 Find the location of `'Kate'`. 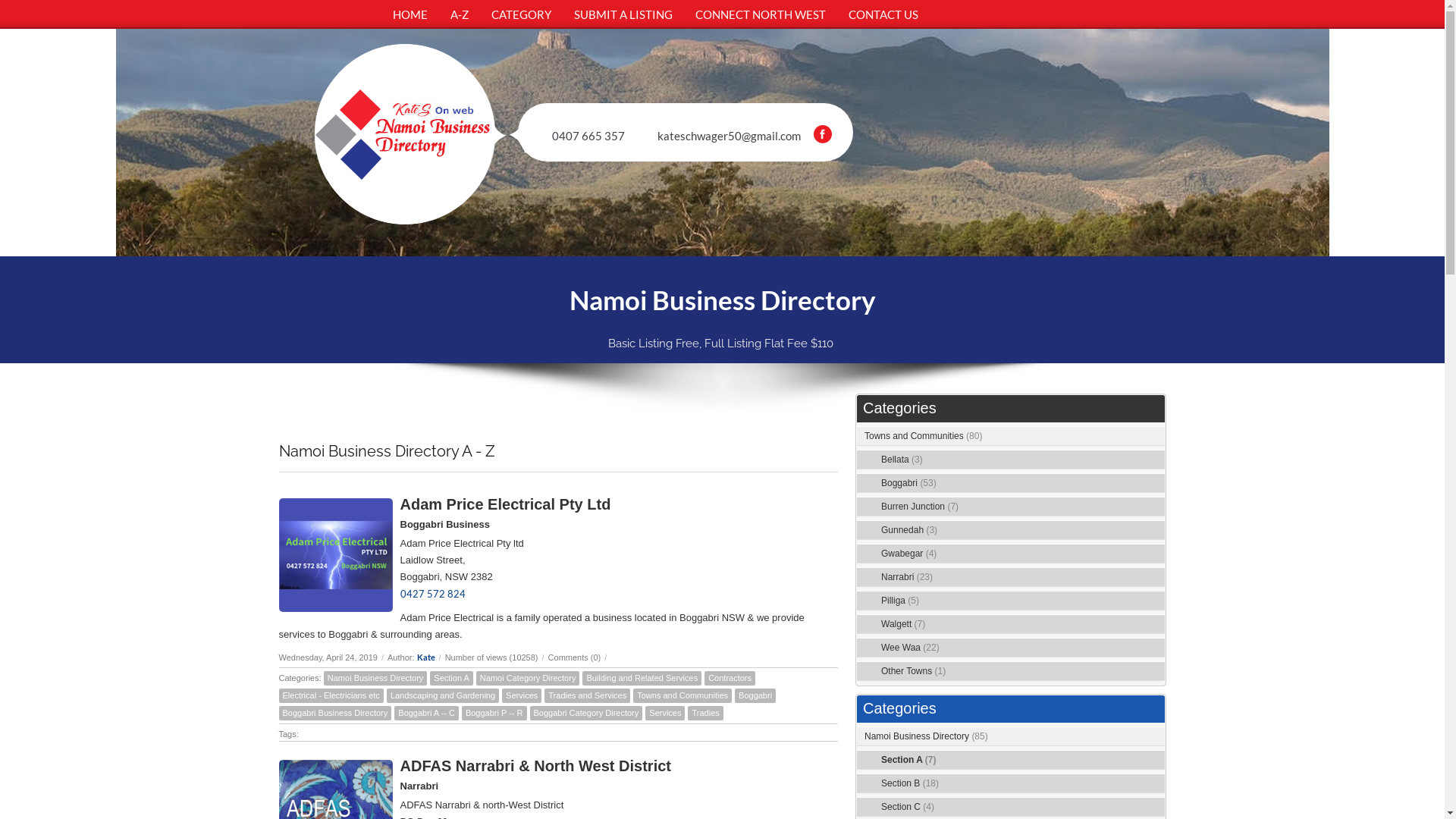

'Kate' is located at coordinates (425, 656).